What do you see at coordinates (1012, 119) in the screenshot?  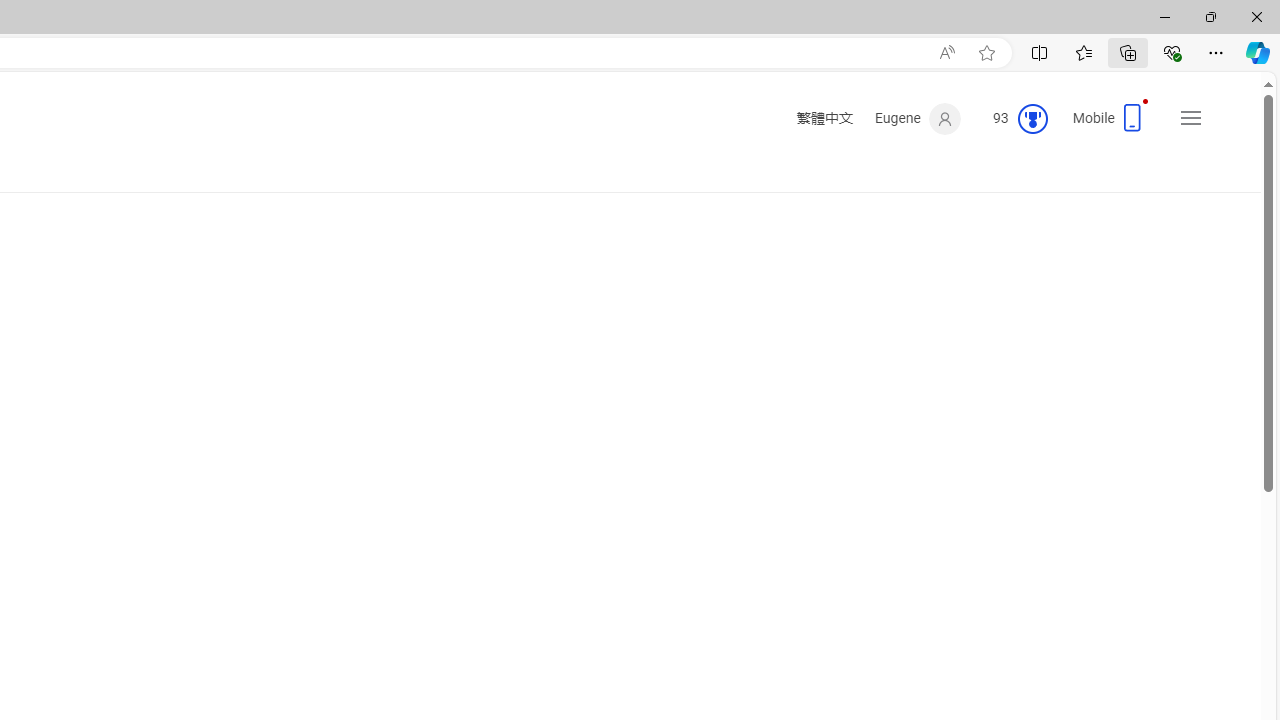 I see `'Microsoft Rewards 93'` at bounding box center [1012, 119].